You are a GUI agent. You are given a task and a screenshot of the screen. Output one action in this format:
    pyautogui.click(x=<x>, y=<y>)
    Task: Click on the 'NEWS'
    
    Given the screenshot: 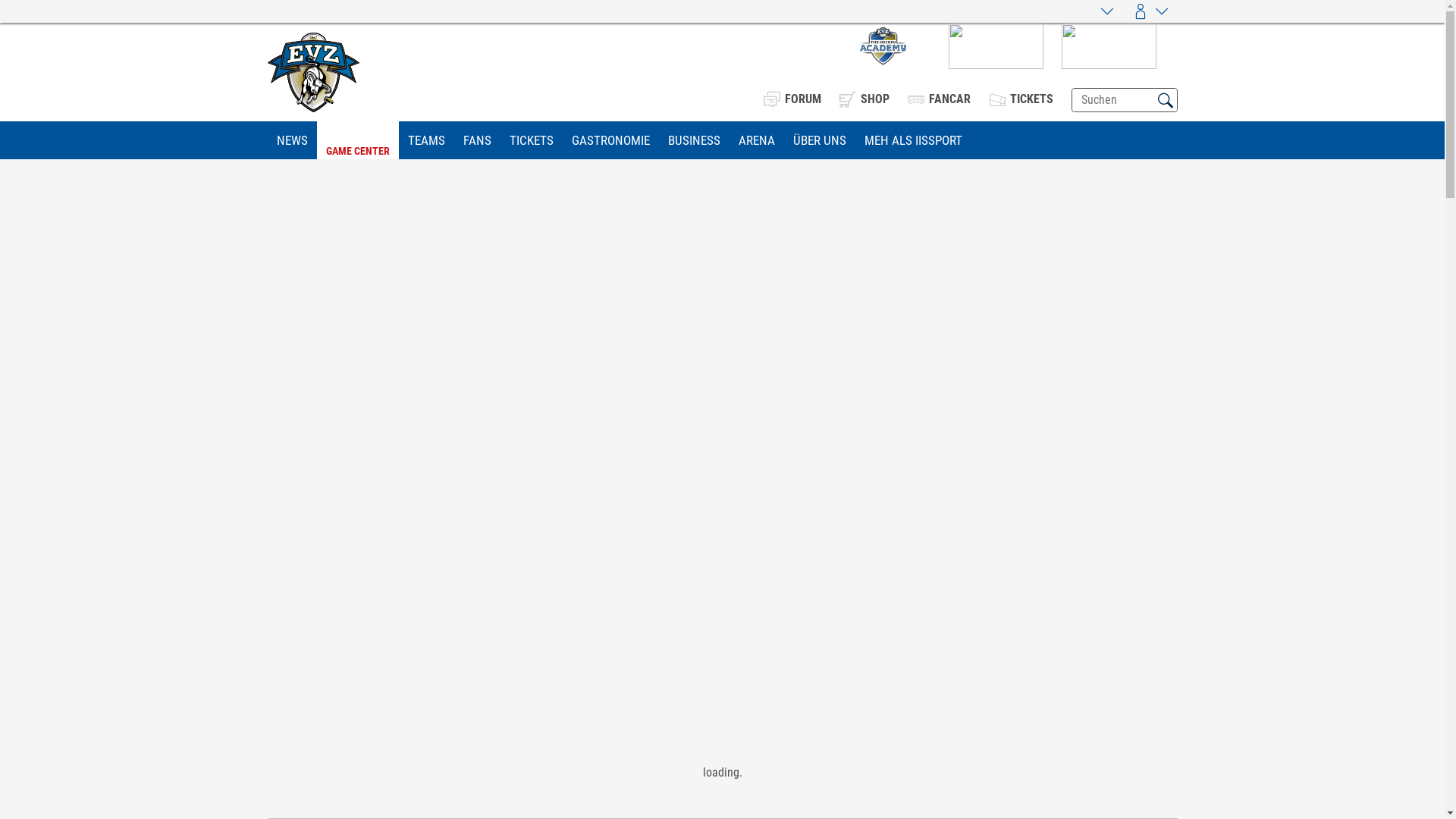 What is the action you would take?
    pyautogui.click(x=291, y=140)
    